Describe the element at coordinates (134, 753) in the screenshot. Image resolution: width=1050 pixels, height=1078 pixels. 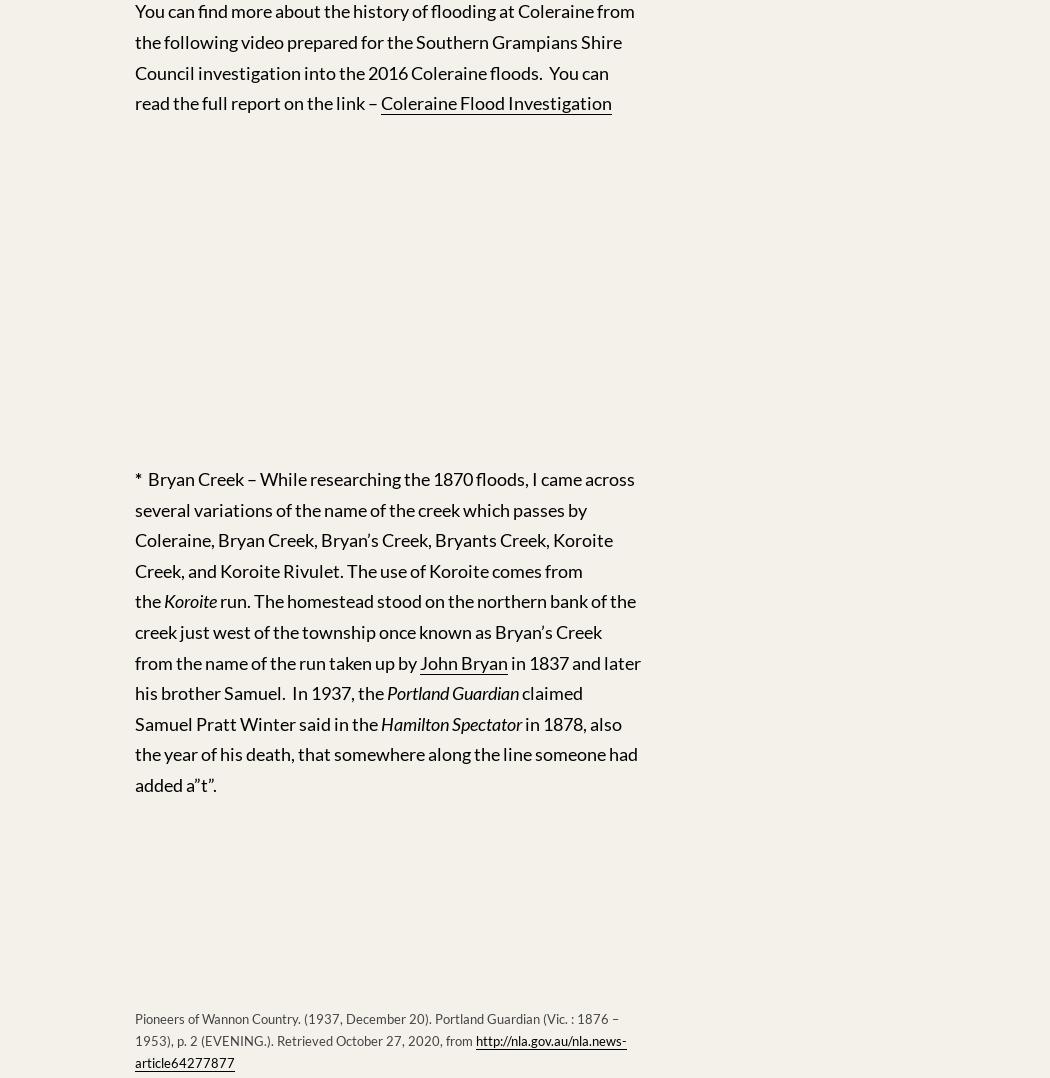
I see `'in 1878, also the year of his death, that somewhere along the line someone had added a”t”.'` at that location.